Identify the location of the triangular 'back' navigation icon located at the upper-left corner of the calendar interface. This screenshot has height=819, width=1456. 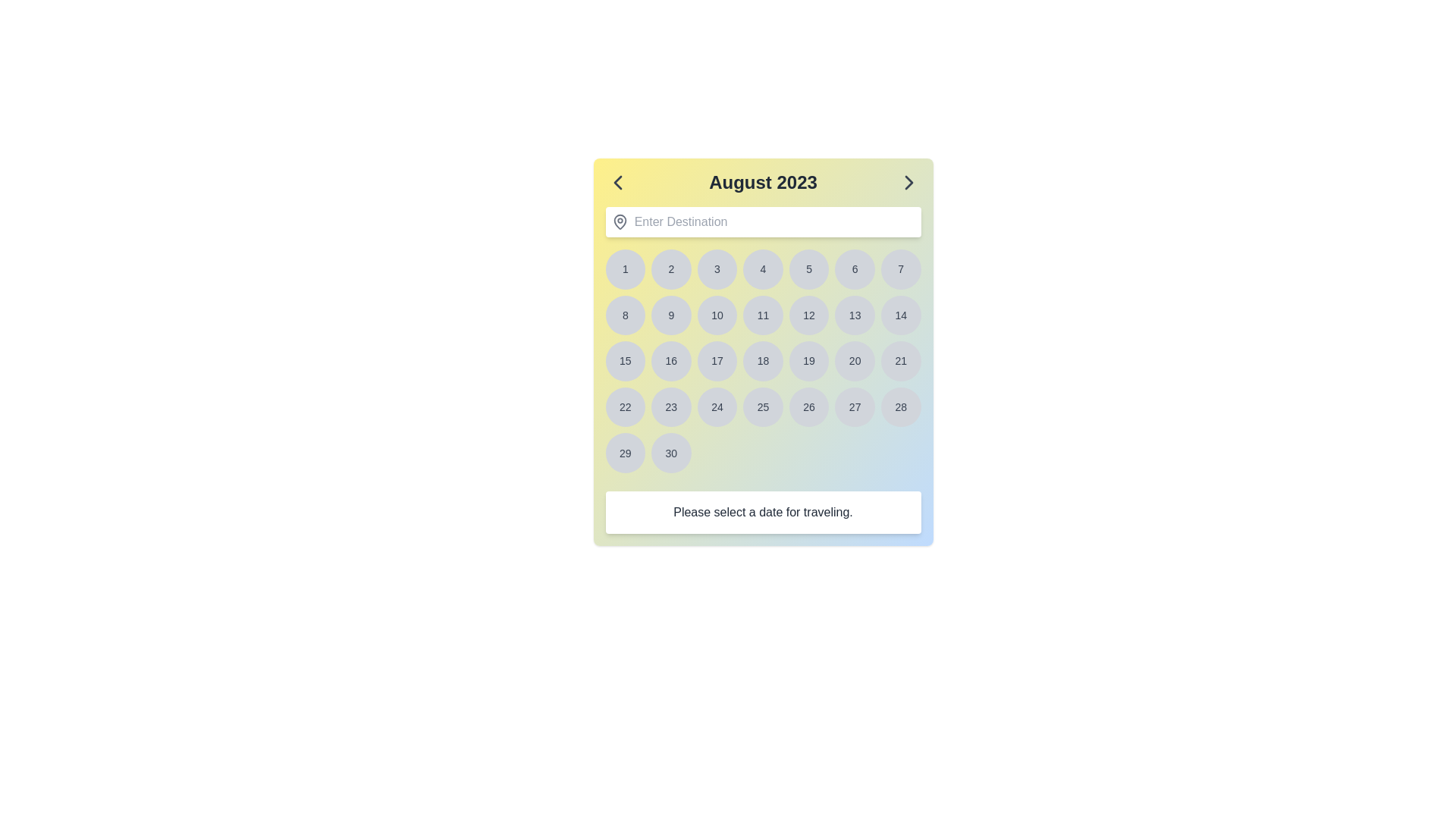
(617, 181).